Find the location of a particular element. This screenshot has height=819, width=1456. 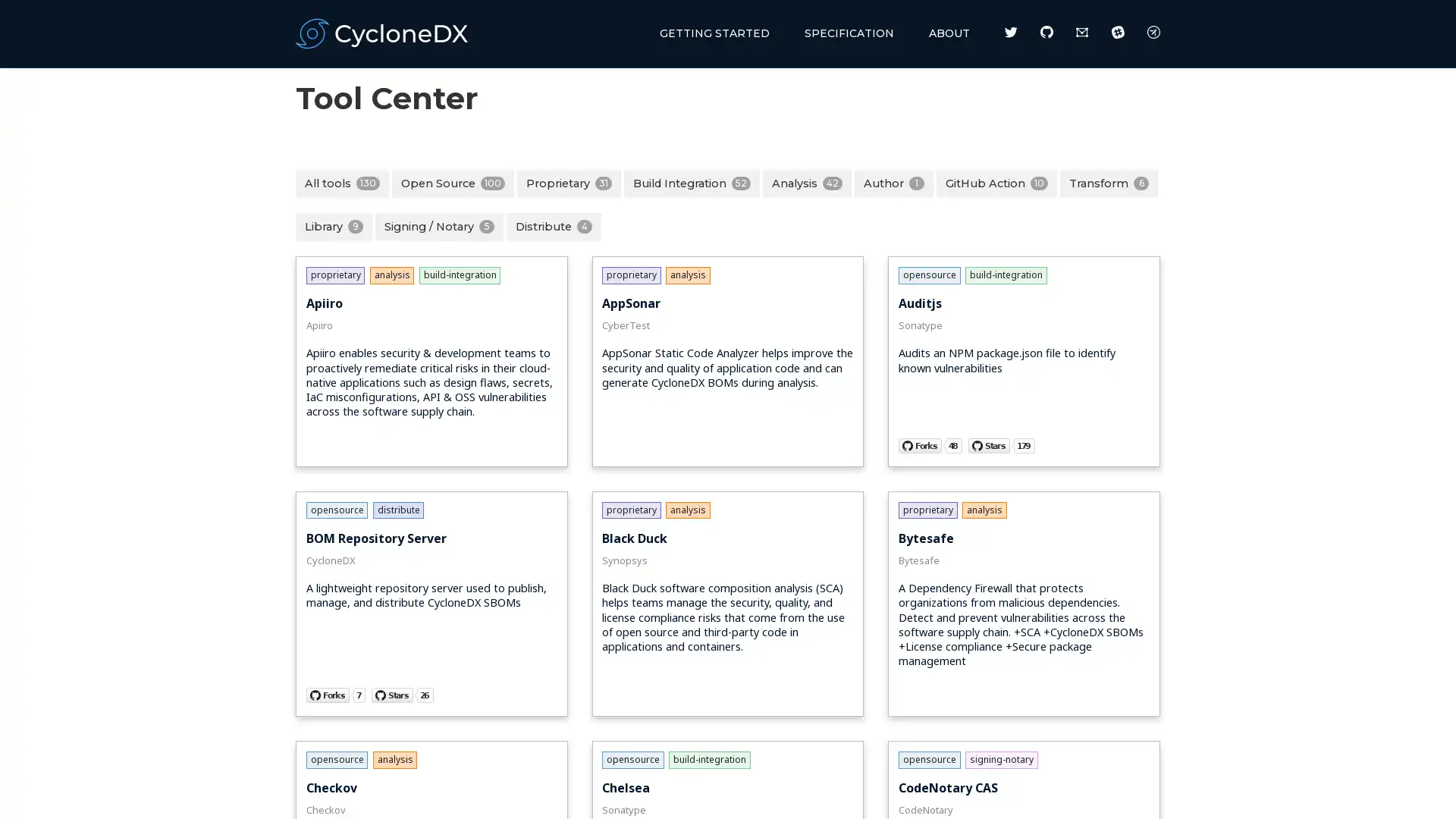

Open Source 100 is located at coordinates (452, 182).